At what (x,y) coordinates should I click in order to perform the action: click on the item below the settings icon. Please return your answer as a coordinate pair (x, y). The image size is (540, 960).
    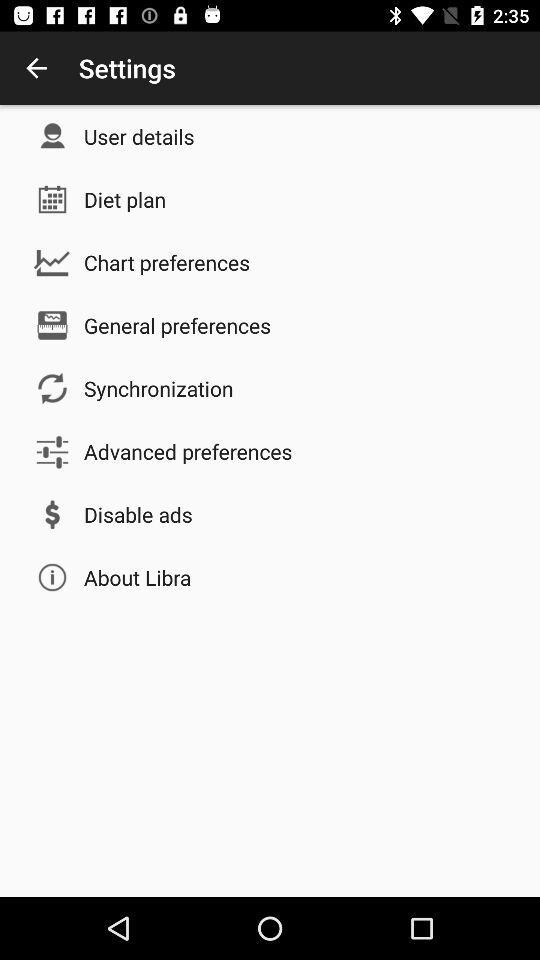
    Looking at the image, I should click on (138, 135).